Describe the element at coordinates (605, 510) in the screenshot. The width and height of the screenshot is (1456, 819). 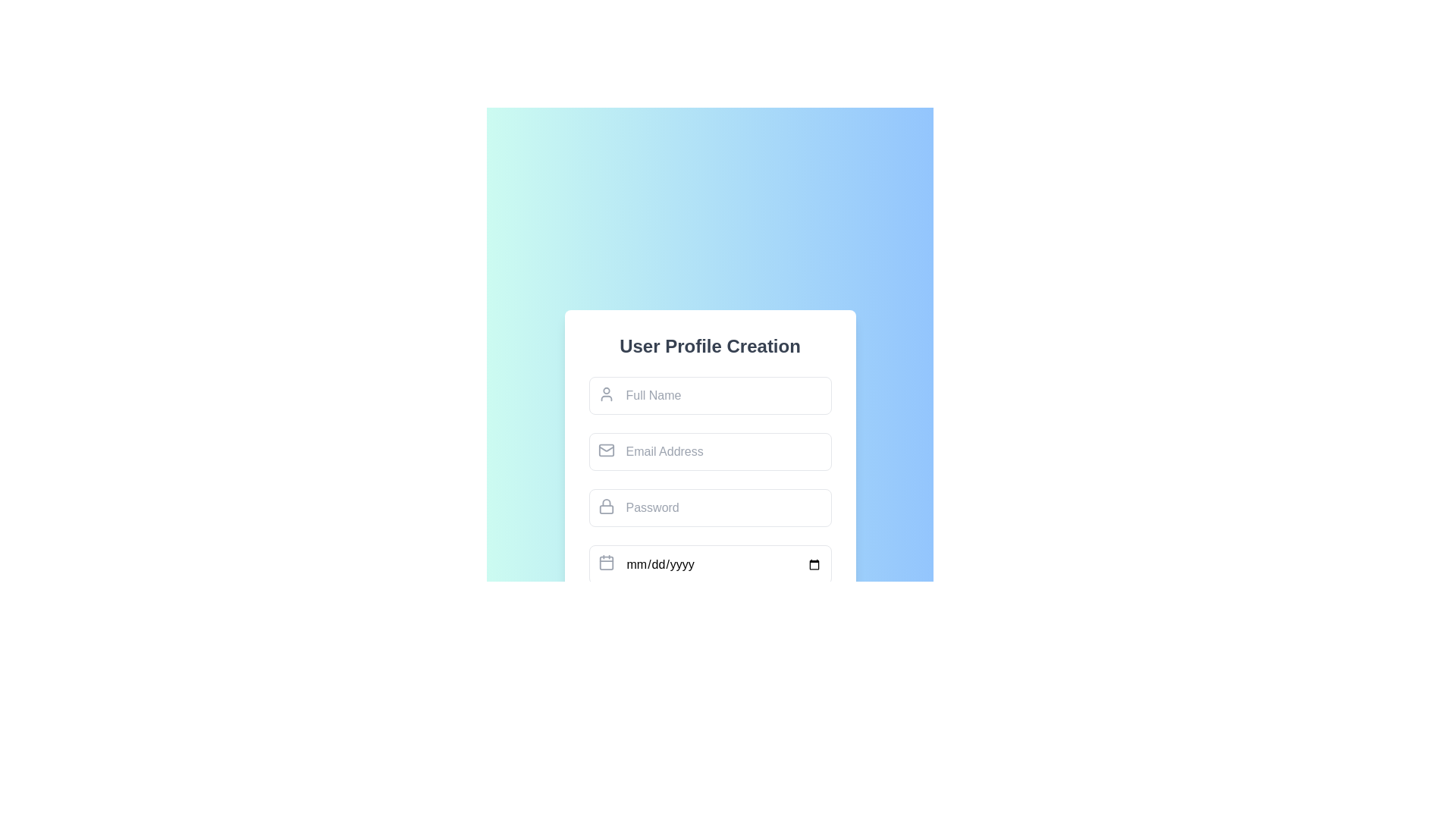
I see `the rounded rectangle element of the lock icon positioned to the left of the password input field` at that location.